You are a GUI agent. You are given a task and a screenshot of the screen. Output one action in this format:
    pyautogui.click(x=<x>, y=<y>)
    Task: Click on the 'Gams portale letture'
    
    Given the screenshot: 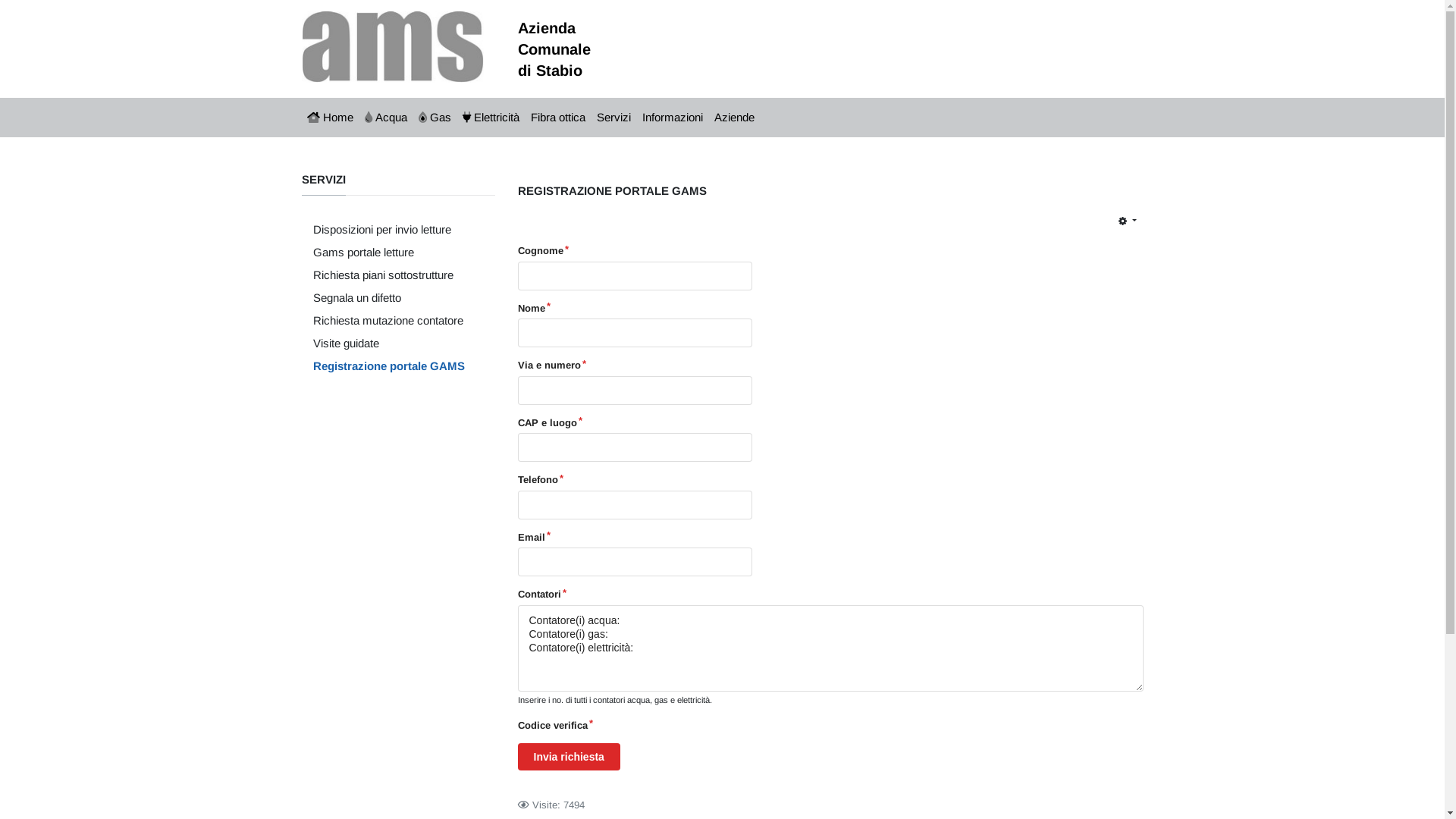 What is the action you would take?
    pyautogui.click(x=388, y=251)
    